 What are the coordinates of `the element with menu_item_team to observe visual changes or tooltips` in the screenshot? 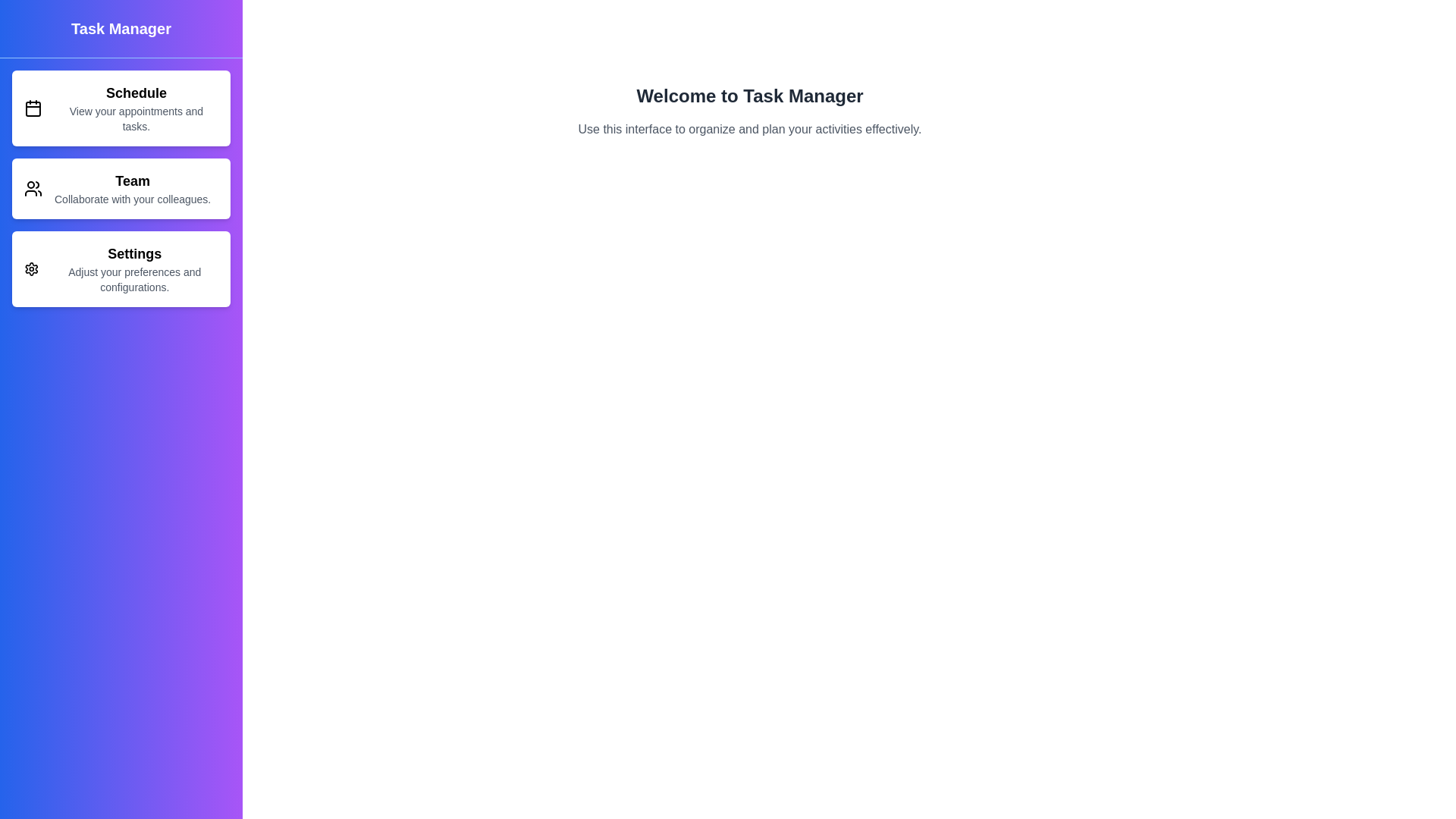 It's located at (120, 188).